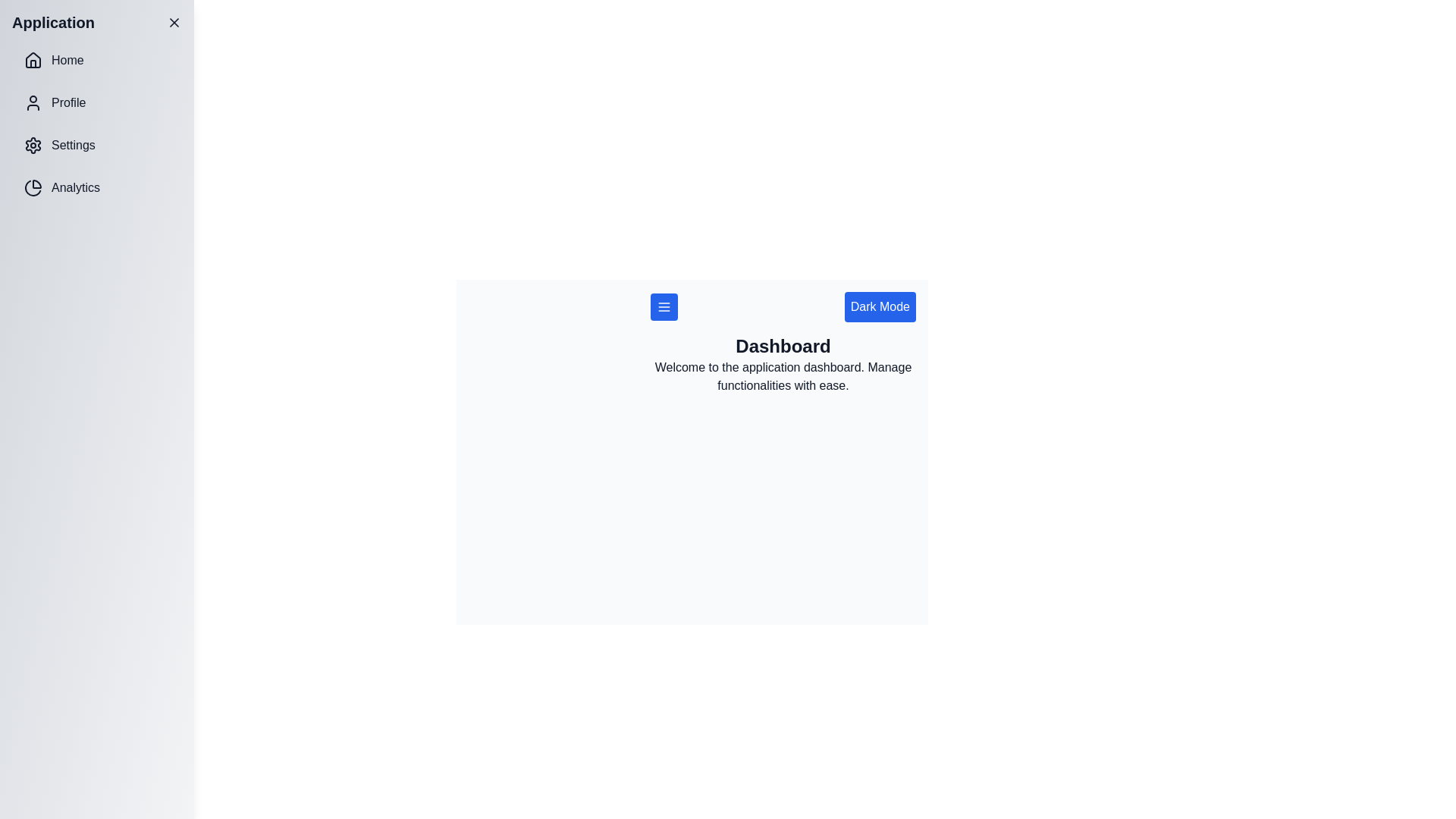 The height and width of the screenshot is (819, 1456). What do you see at coordinates (783, 365) in the screenshot?
I see `the text block that introduces users to the dashboard functionality, located at the top-center of the main content area, below the navigation bar with the 'Dark Mode' toggle` at bounding box center [783, 365].